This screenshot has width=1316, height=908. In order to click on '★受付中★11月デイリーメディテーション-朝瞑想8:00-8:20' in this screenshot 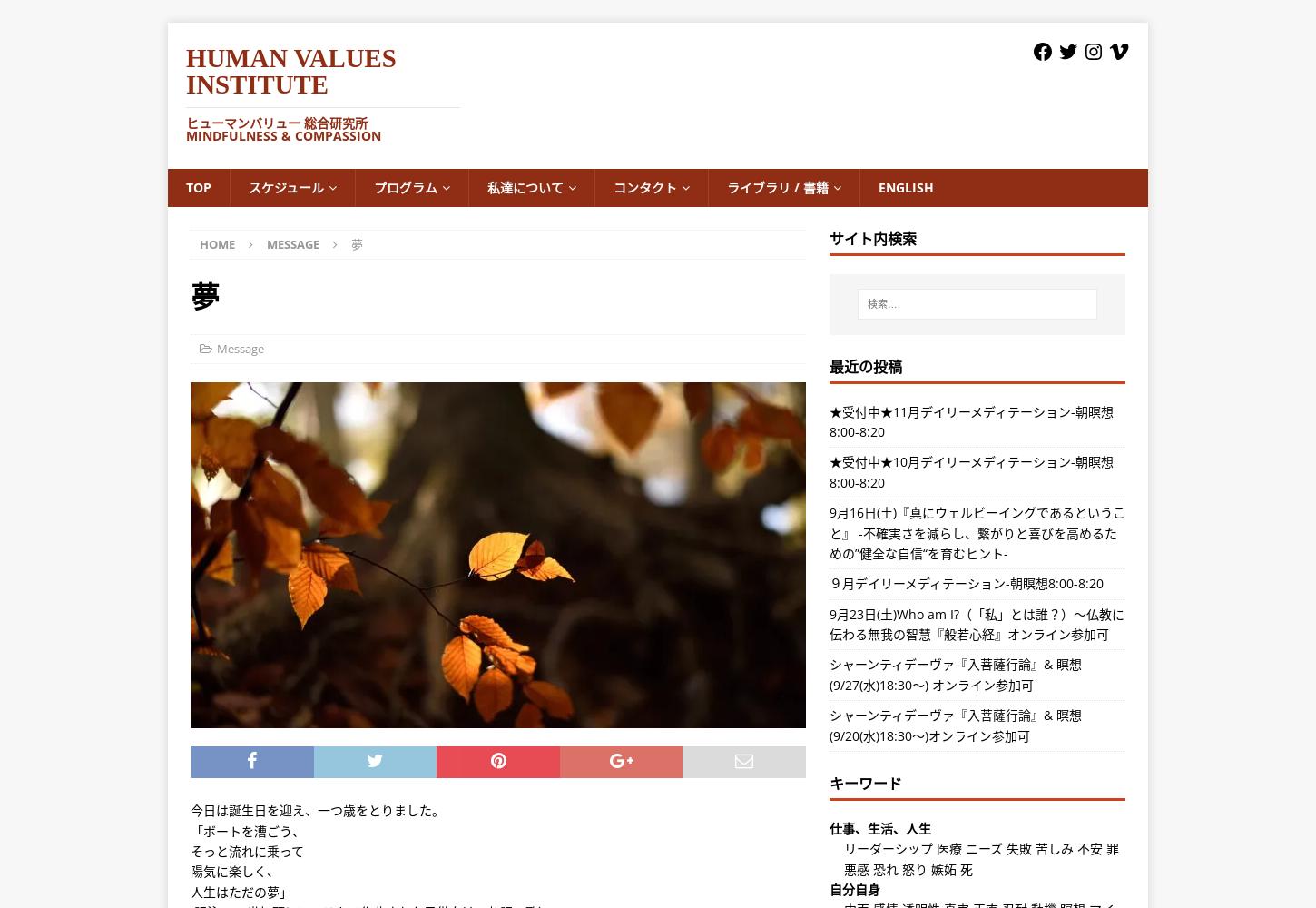, I will do `click(970, 419)`.